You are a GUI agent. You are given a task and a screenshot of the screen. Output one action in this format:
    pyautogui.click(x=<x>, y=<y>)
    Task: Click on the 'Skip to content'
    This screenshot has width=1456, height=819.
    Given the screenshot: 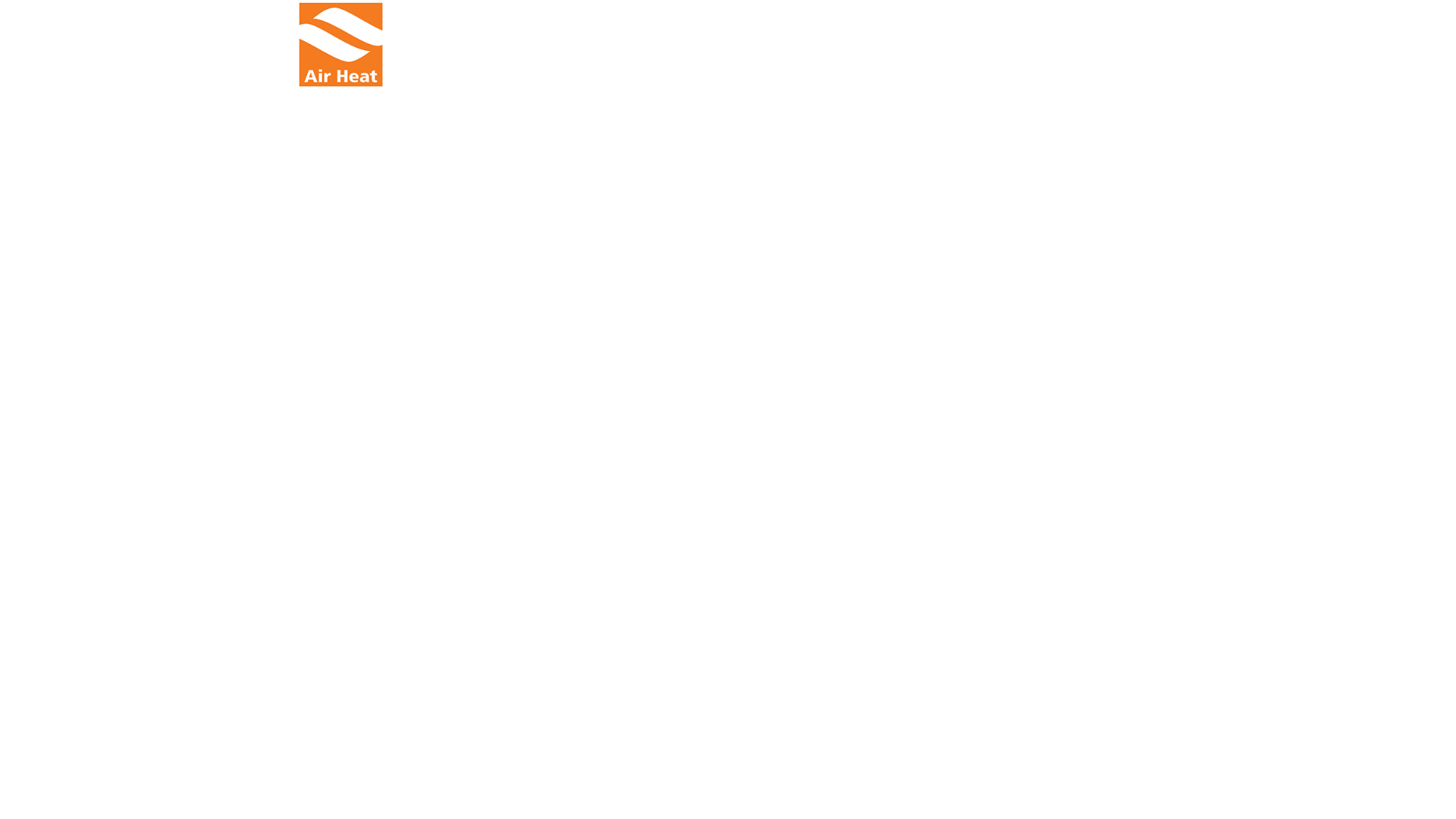 What is the action you would take?
    pyautogui.click(x=42, y=12)
    